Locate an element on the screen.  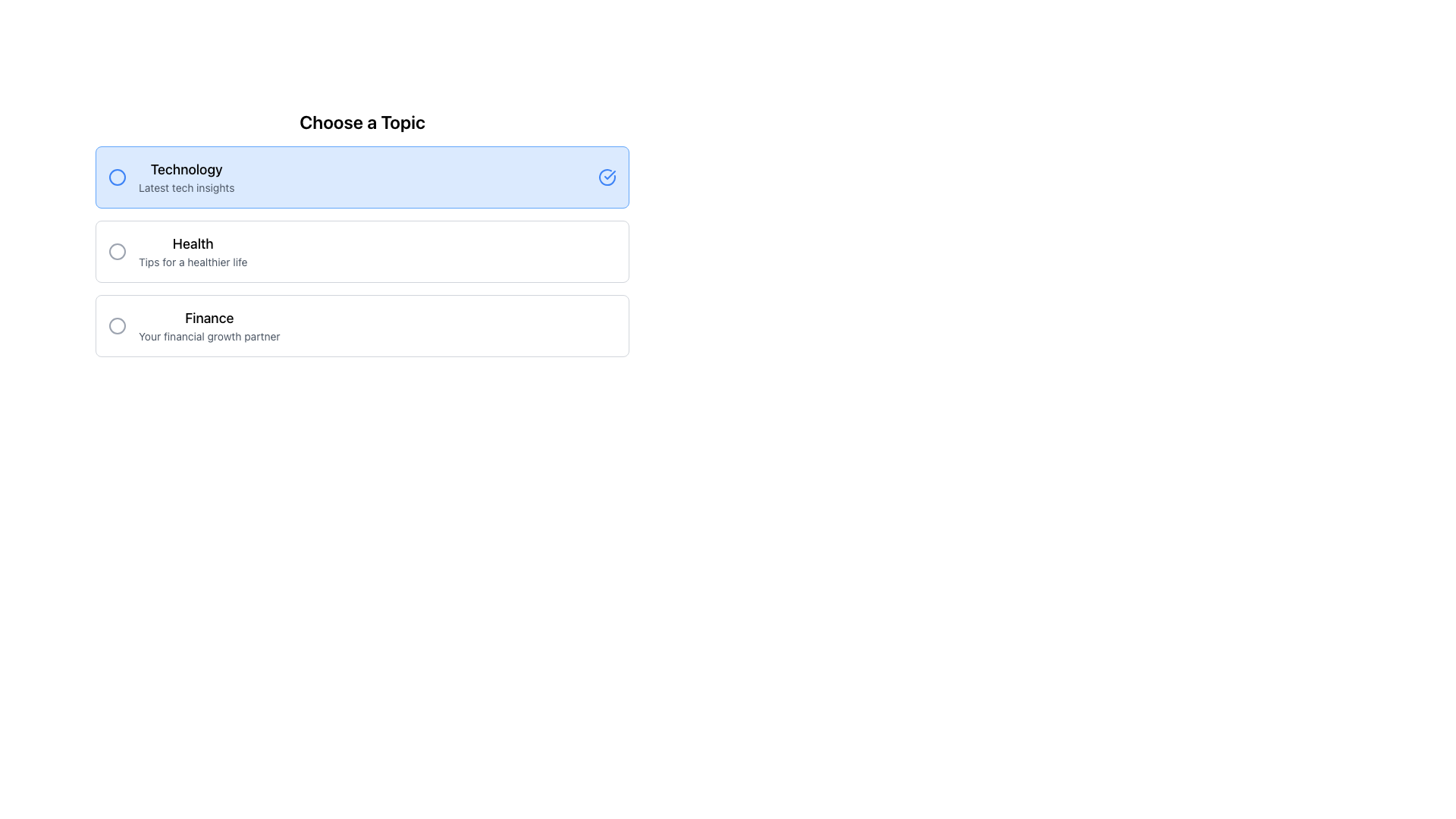
the 'Health' label, which serves as a title for the health topic and is located centrally above the subtext 'Tips for a healthier life' is located at coordinates (192, 243).